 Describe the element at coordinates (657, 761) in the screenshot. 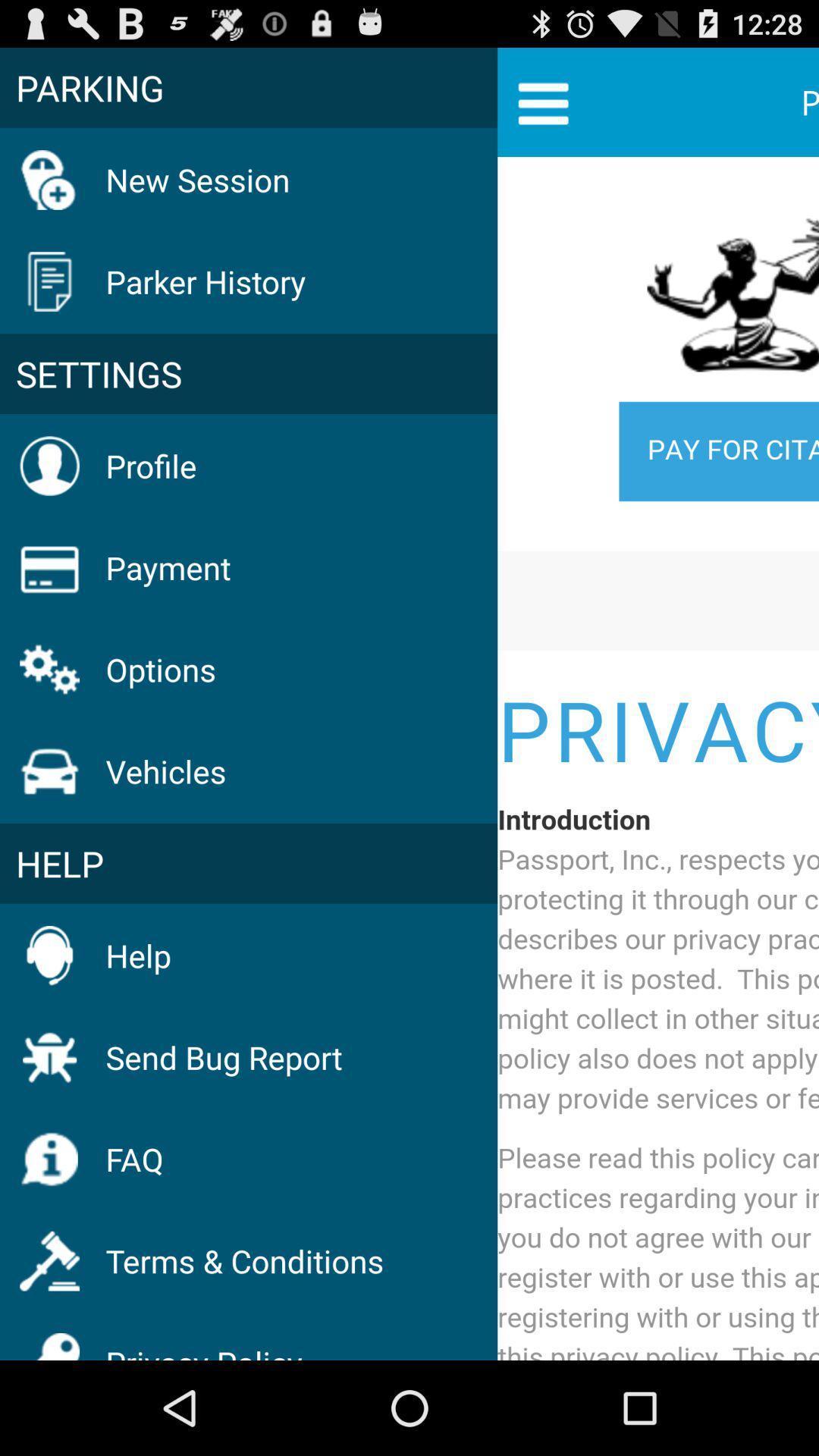

I see `full privacy statement` at that location.